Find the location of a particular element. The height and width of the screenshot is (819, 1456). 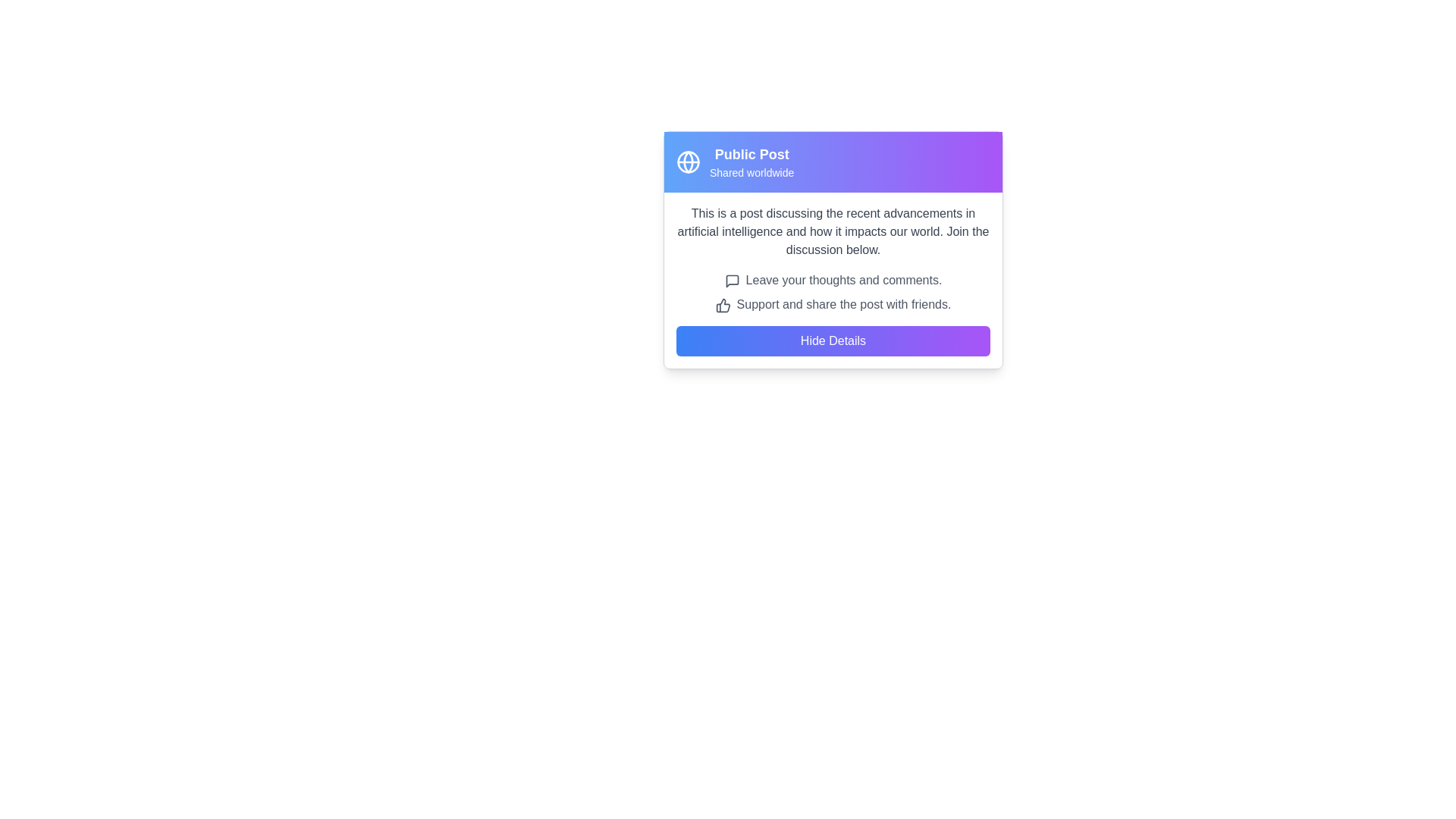

text in the Text Area that displays 'Public Post' and 'Shared worldwide' against a gradient background is located at coordinates (752, 162).